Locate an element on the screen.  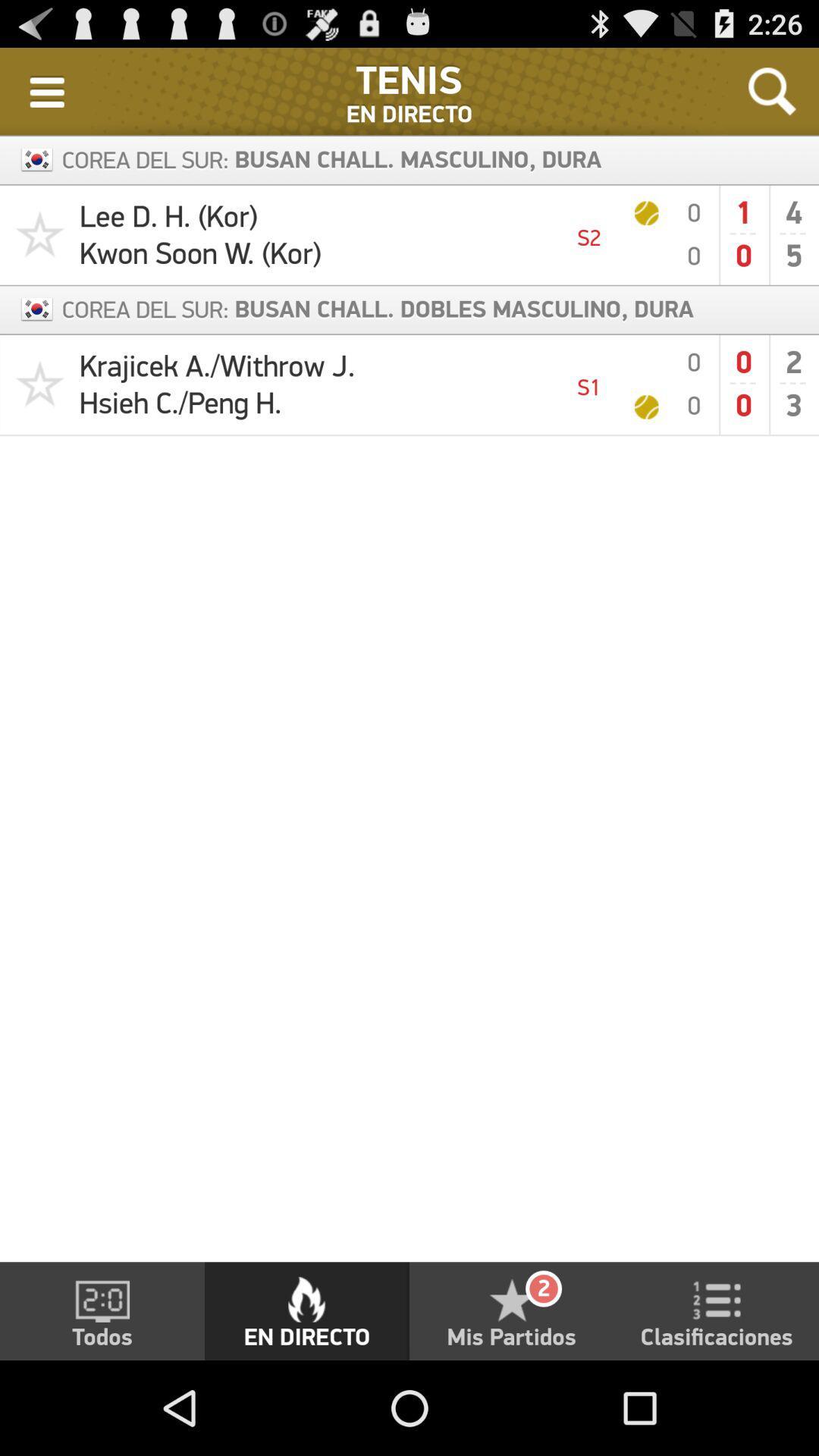
the icon to the right of the busan chall masculino icon is located at coordinates (772, 90).